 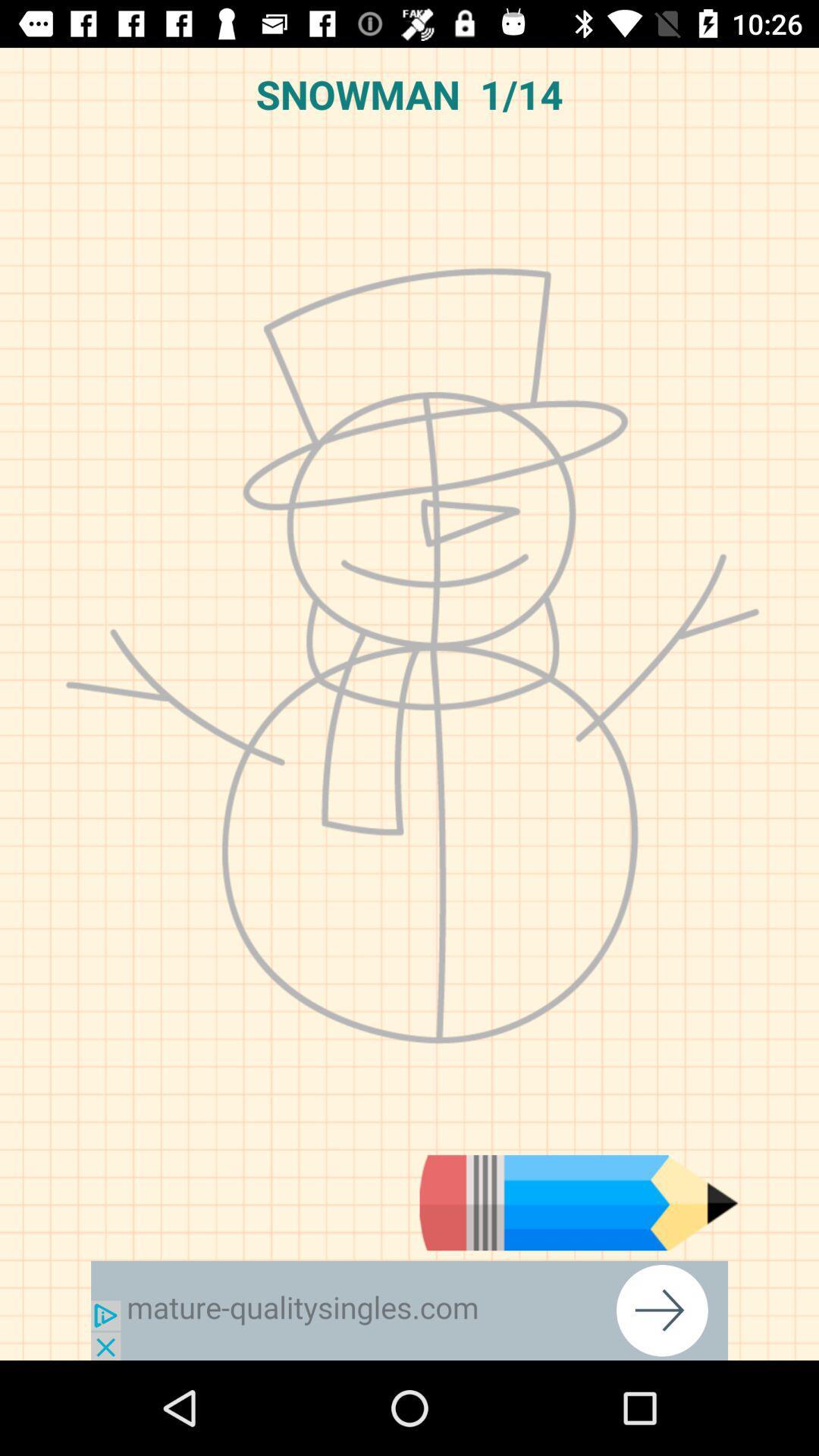 What do you see at coordinates (579, 1202) in the screenshot?
I see `draw` at bounding box center [579, 1202].